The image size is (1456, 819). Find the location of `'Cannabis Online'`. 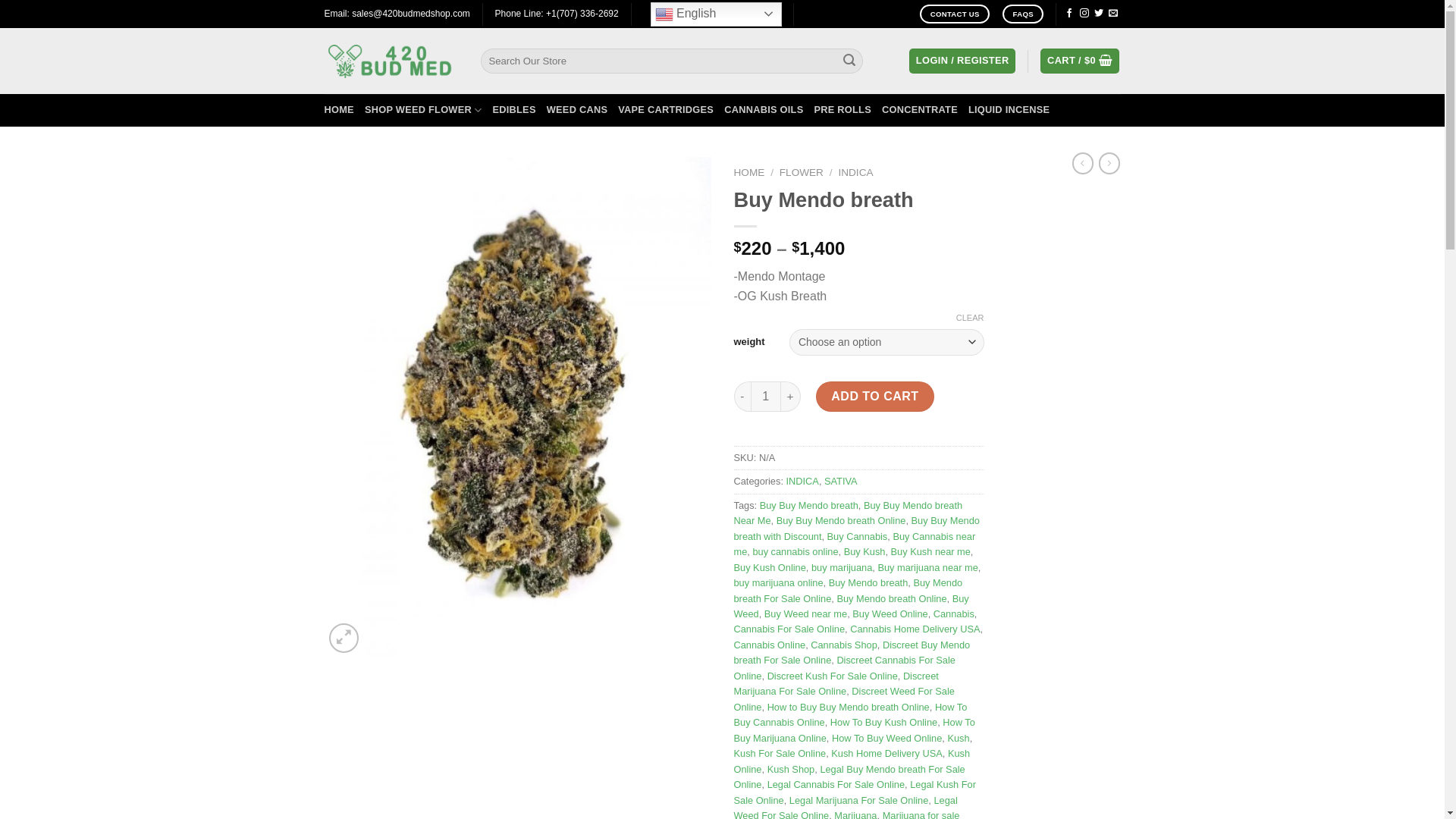

'Cannabis Online' is located at coordinates (770, 645).